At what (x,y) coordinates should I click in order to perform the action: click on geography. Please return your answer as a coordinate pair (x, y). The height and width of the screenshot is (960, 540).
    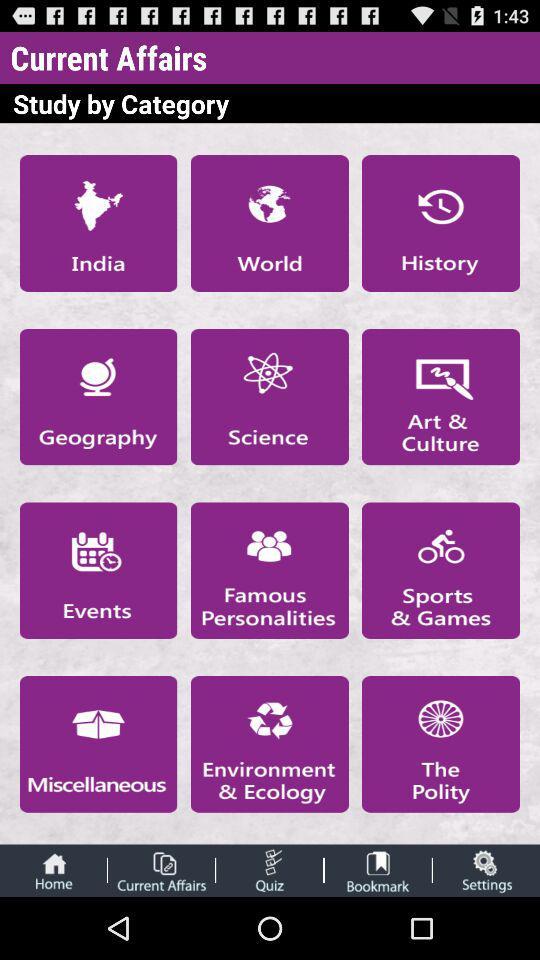
    Looking at the image, I should click on (97, 396).